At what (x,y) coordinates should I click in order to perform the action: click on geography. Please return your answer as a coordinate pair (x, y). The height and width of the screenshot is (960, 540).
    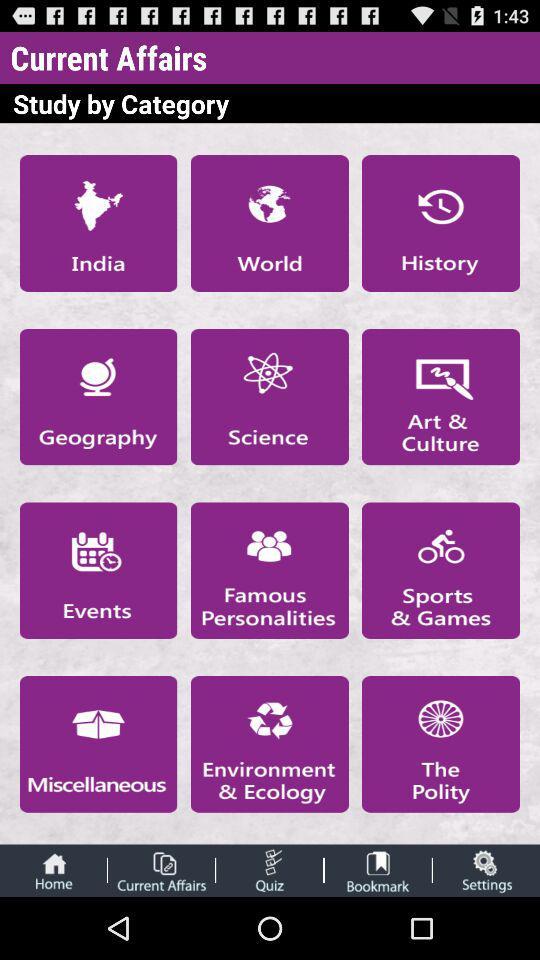
    Looking at the image, I should click on (97, 396).